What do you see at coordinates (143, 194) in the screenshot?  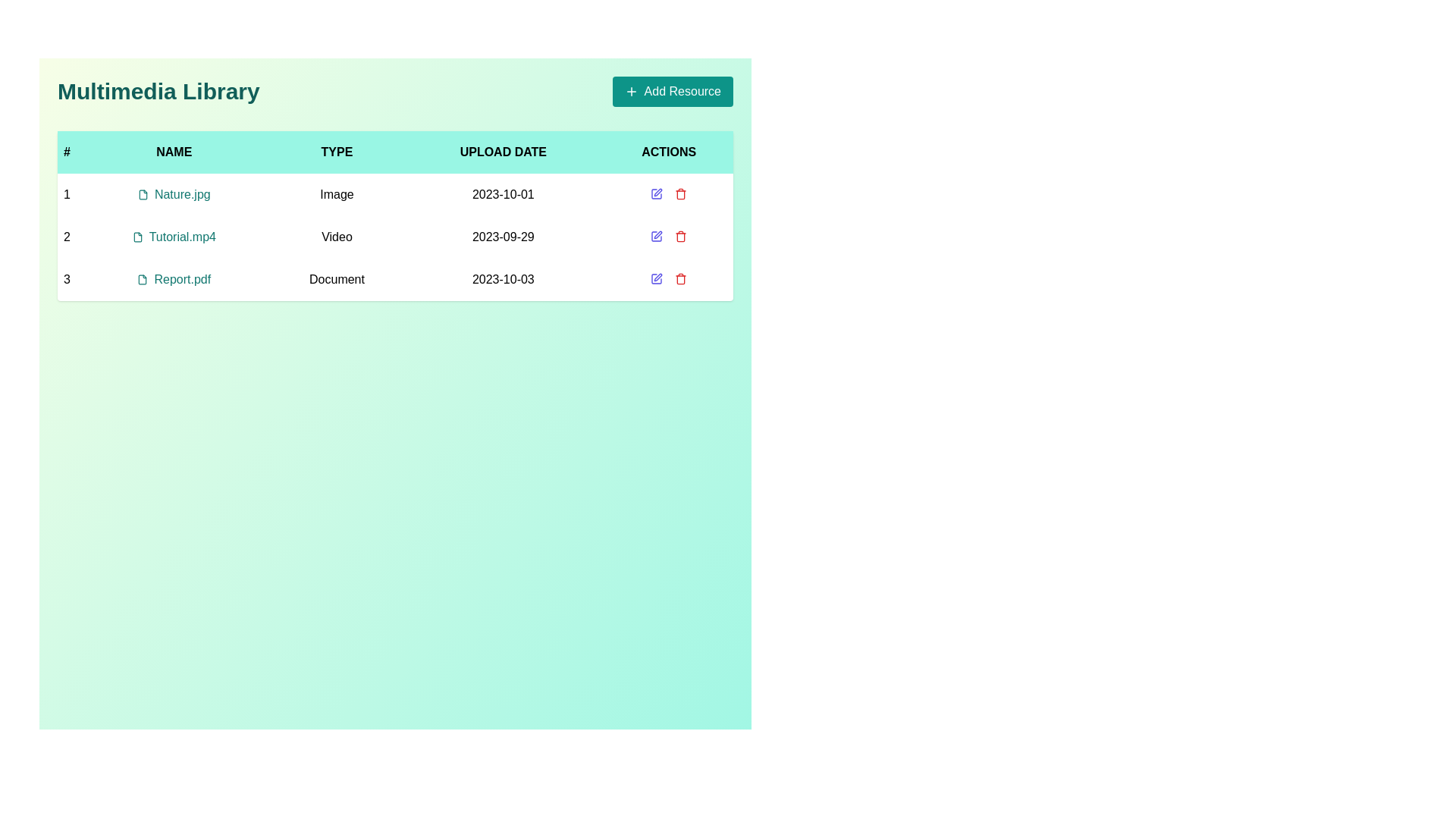 I see `the SVG-based icon representing the image file 'Nature.jpg' in the first row of the 'Multimedia Library' table` at bounding box center [143, 194].